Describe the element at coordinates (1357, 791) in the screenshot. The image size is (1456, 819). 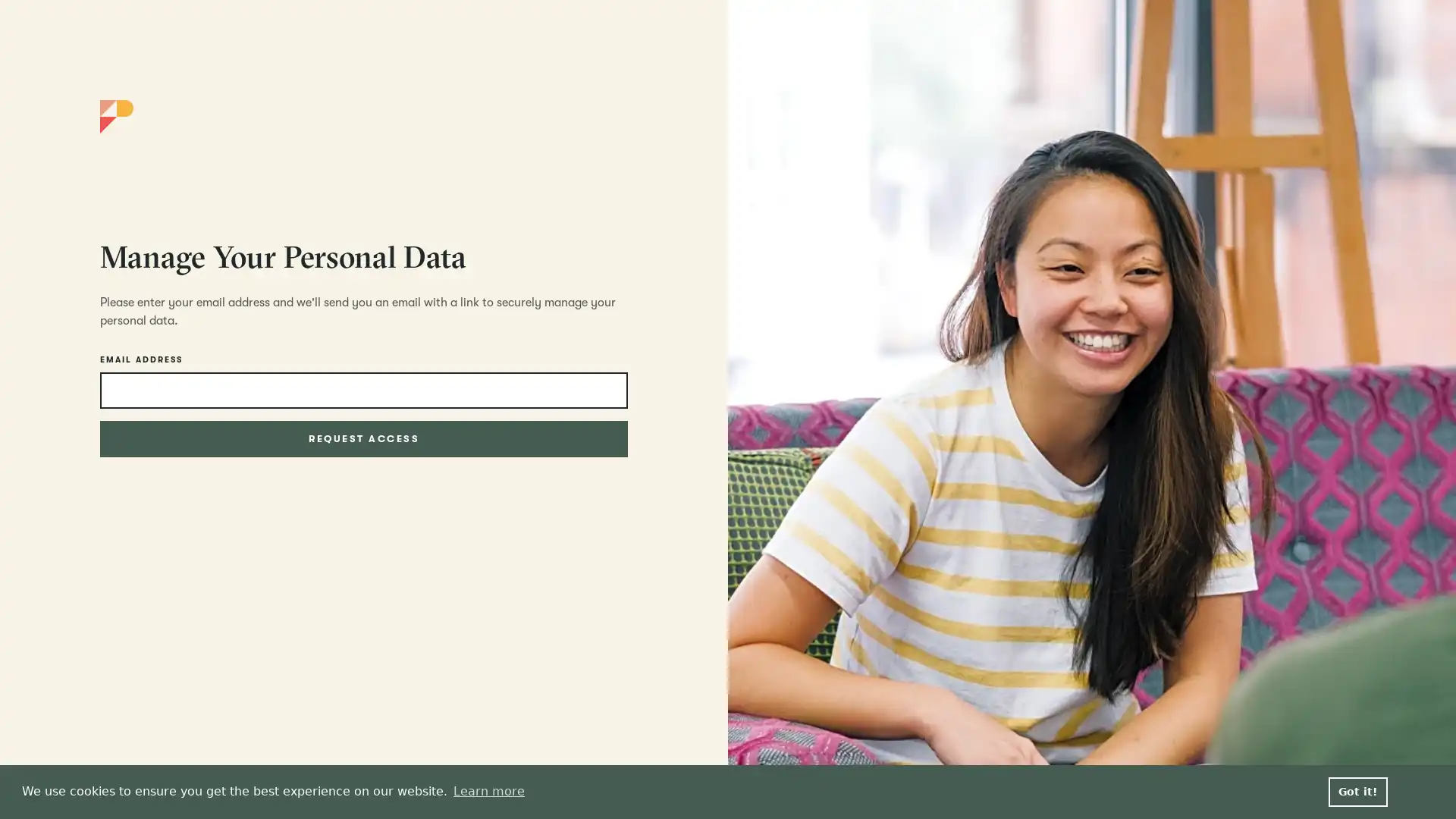
I see `dismiss cookie message` at that location.